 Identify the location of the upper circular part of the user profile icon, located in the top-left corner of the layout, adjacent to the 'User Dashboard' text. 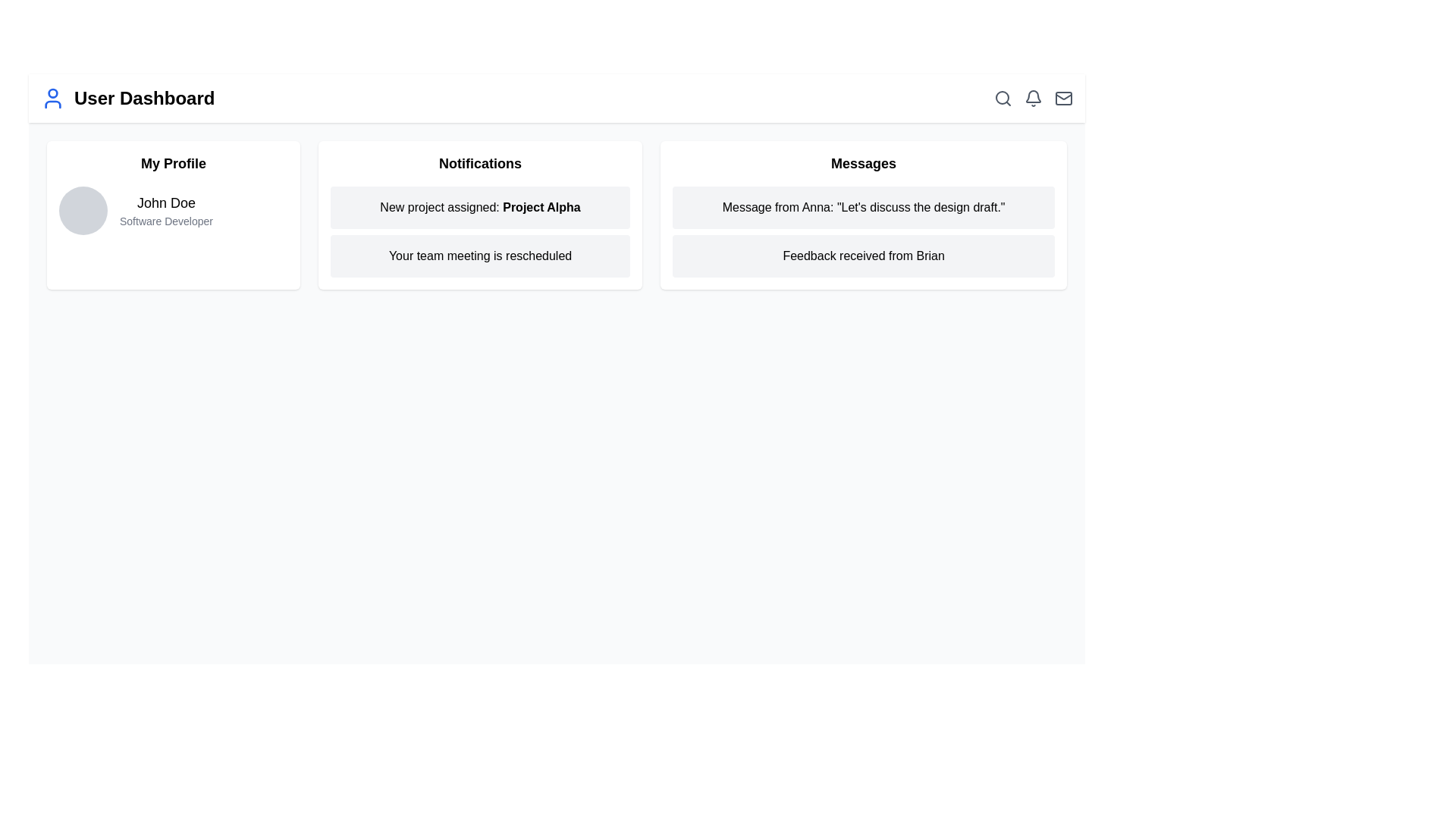
(53, 93).